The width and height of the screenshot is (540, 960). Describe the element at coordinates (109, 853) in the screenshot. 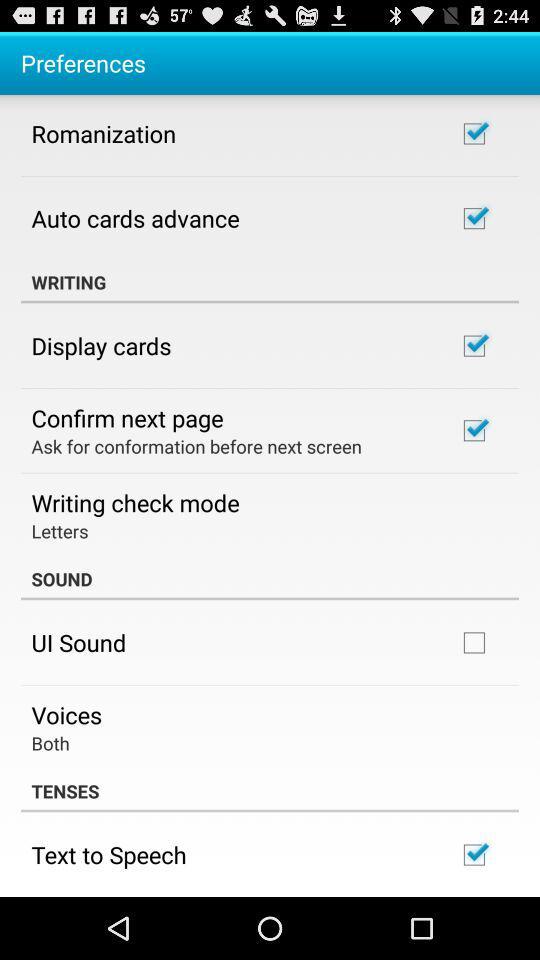

I see `text to speech app` at that location.